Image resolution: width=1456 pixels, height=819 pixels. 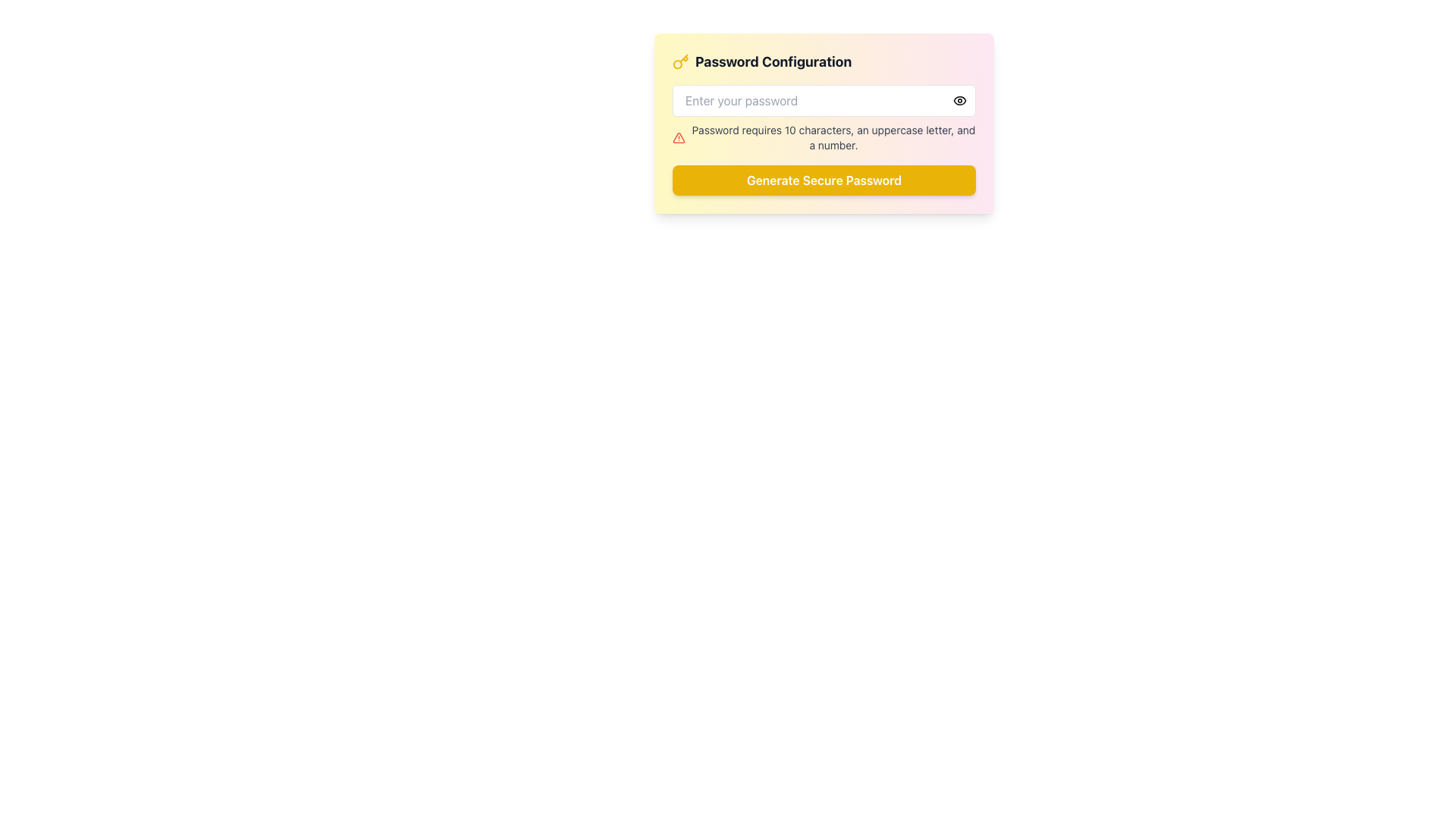 What do you see at coordinates (823, 137) in the screenshot?
I see `the validation feedback text element that reads 'Password requires 10 characters, an uppercase letter, and a number.' which is styled in muted gray and positioned below the password input field` at bounding box center [823, 137].